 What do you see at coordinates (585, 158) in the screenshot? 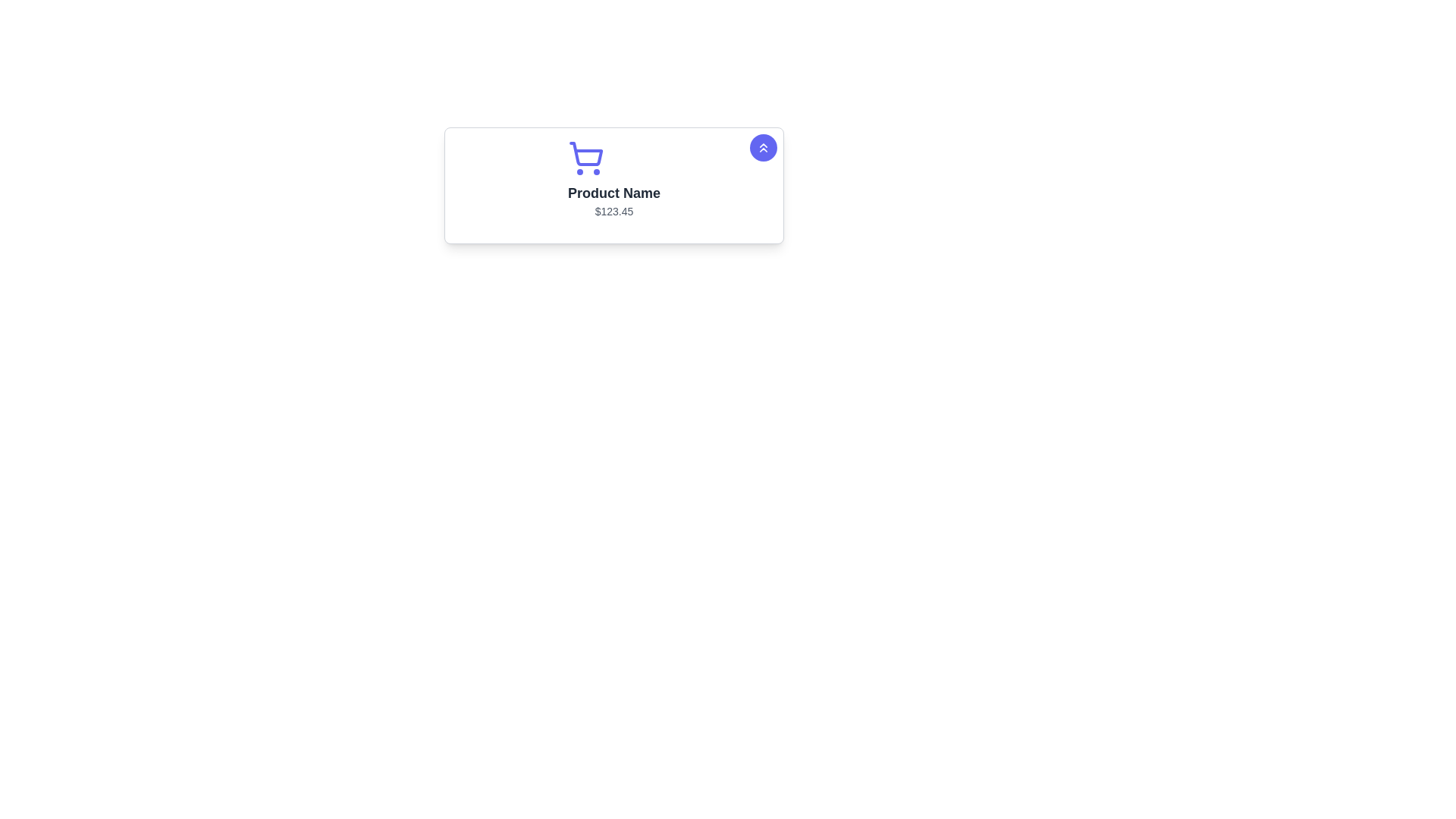
I see `the purple shopping cart icon, which is positioned at the top center of the product card, directly above the product name and price` at bounding box center [585, 158].